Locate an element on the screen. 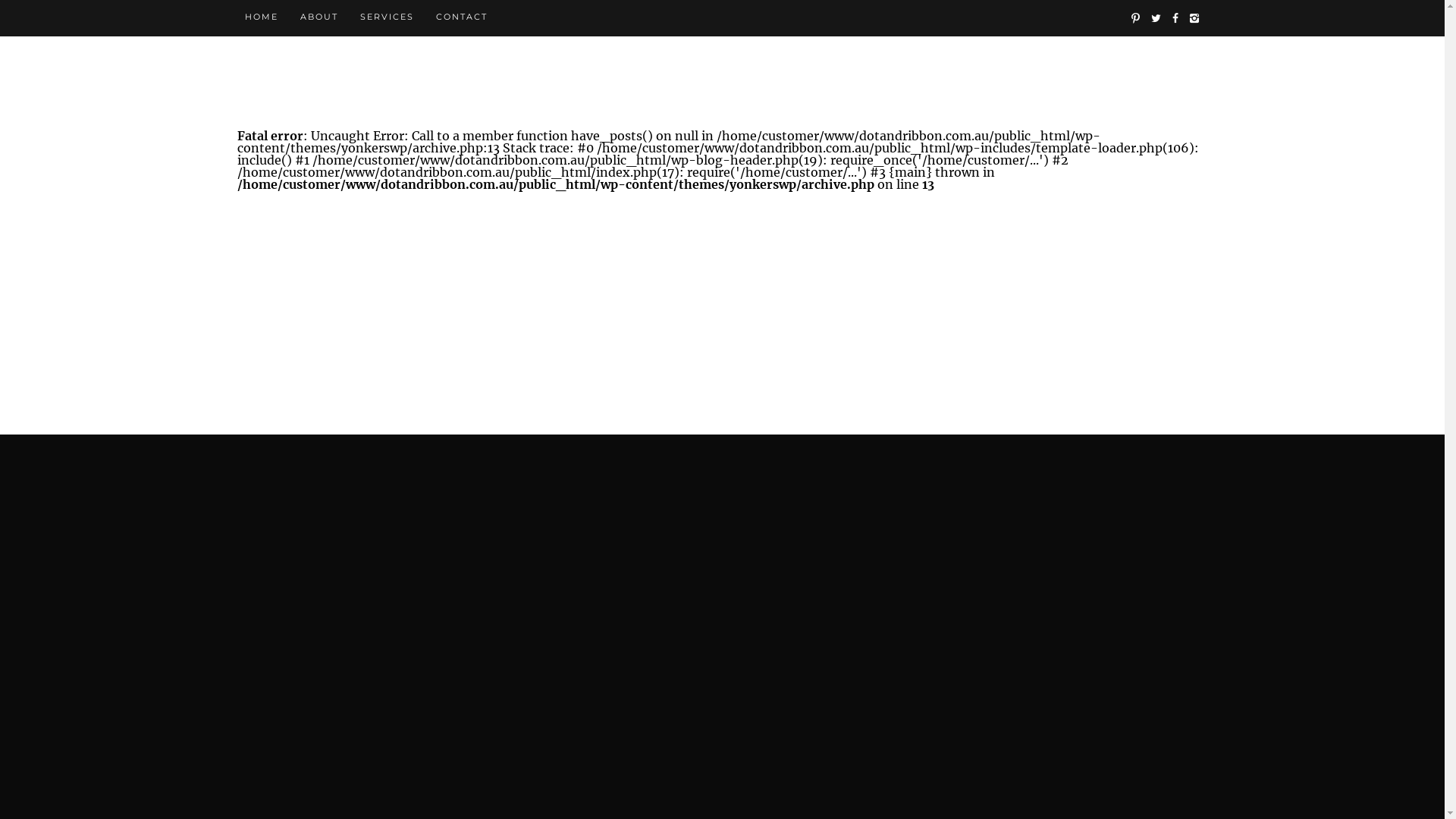 Image resolution: width=1456 pixels, height=819 pixels. 'SERVICES' is located at coordinates (386, 17).